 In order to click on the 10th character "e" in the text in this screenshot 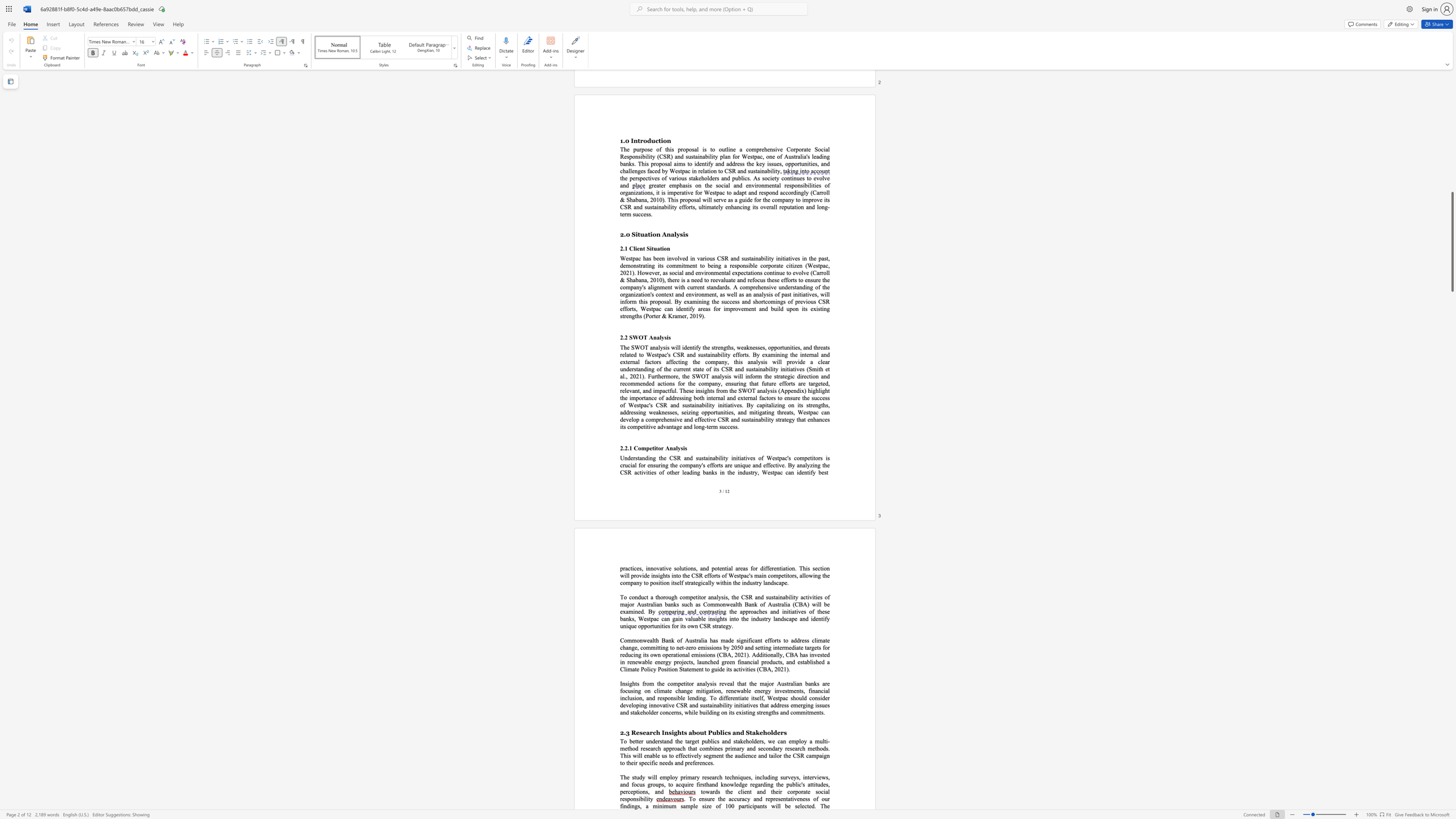, I will do `click(710, 806)`.